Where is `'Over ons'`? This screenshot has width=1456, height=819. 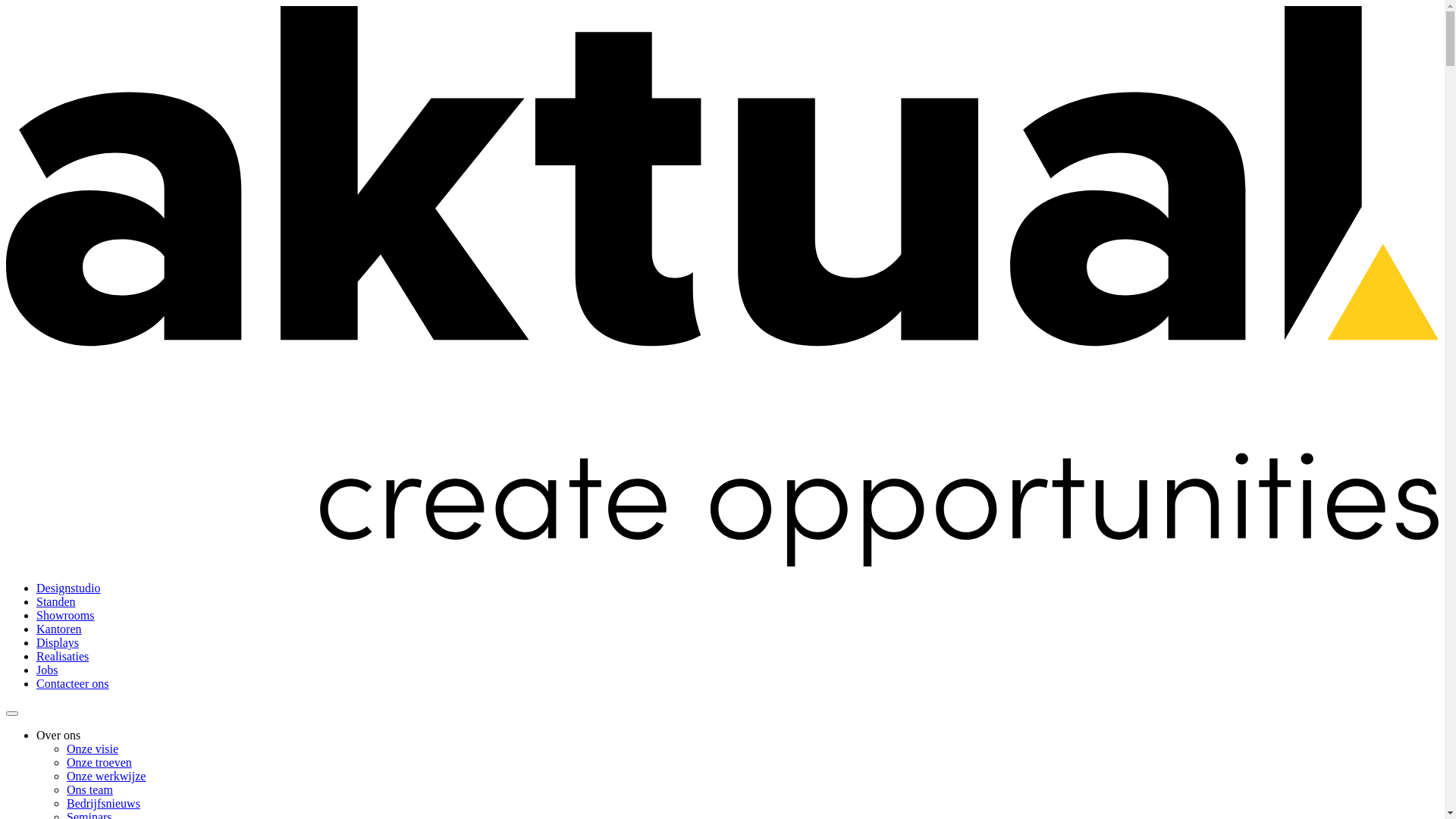
'Over ons' is located at coordinates (58, 734).